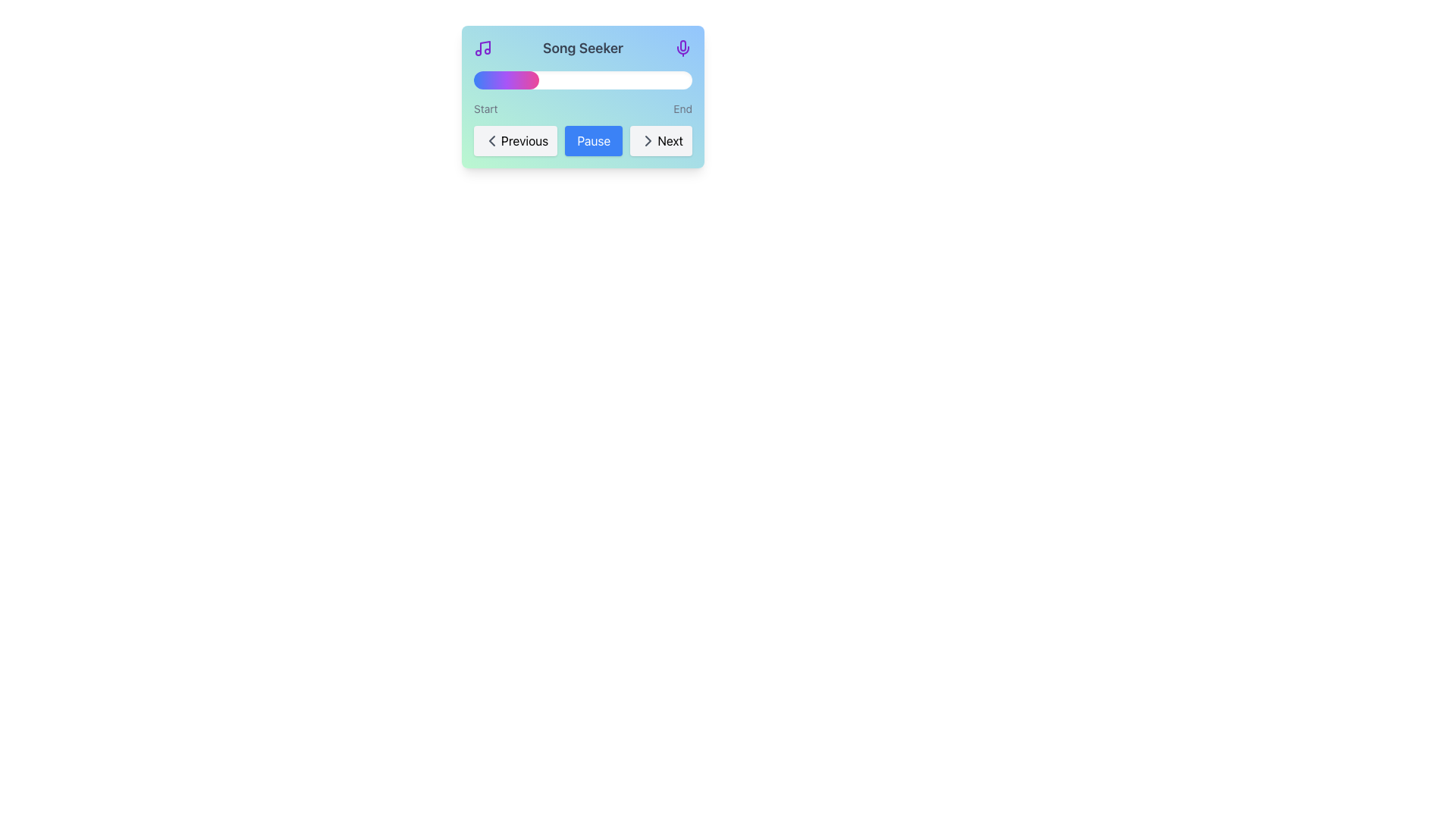  What do you see at coordinates (516, 140) in the screenshot?
I see `the 'Previous' button, which is a light gray rectangular button with rounded edges located at the bottom left of the interface` at bounding box center [516, 140].